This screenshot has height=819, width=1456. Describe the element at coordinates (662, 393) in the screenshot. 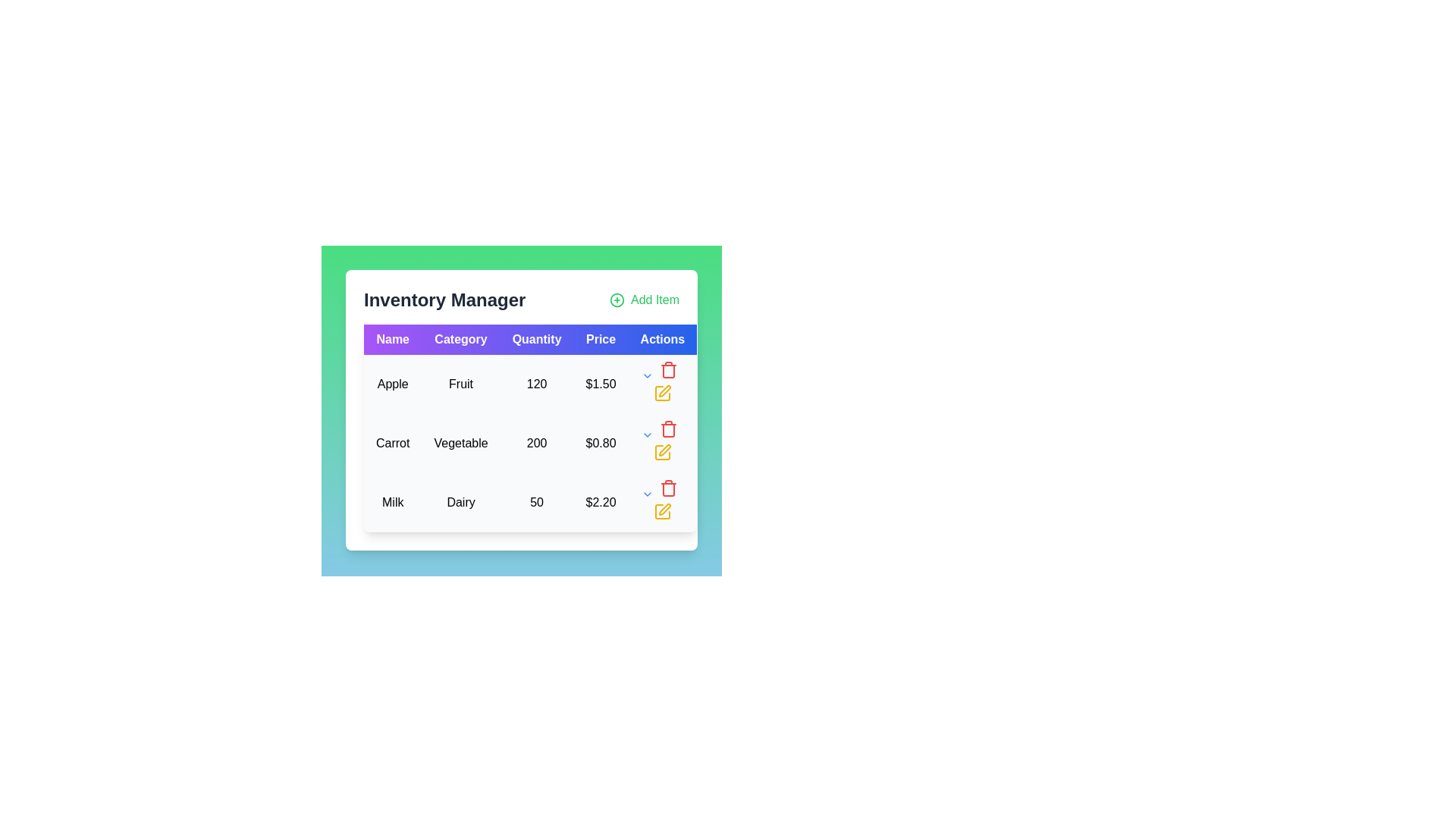

I see `the yellow pencil icon button in the first row of the 'Actions' column` at that location.